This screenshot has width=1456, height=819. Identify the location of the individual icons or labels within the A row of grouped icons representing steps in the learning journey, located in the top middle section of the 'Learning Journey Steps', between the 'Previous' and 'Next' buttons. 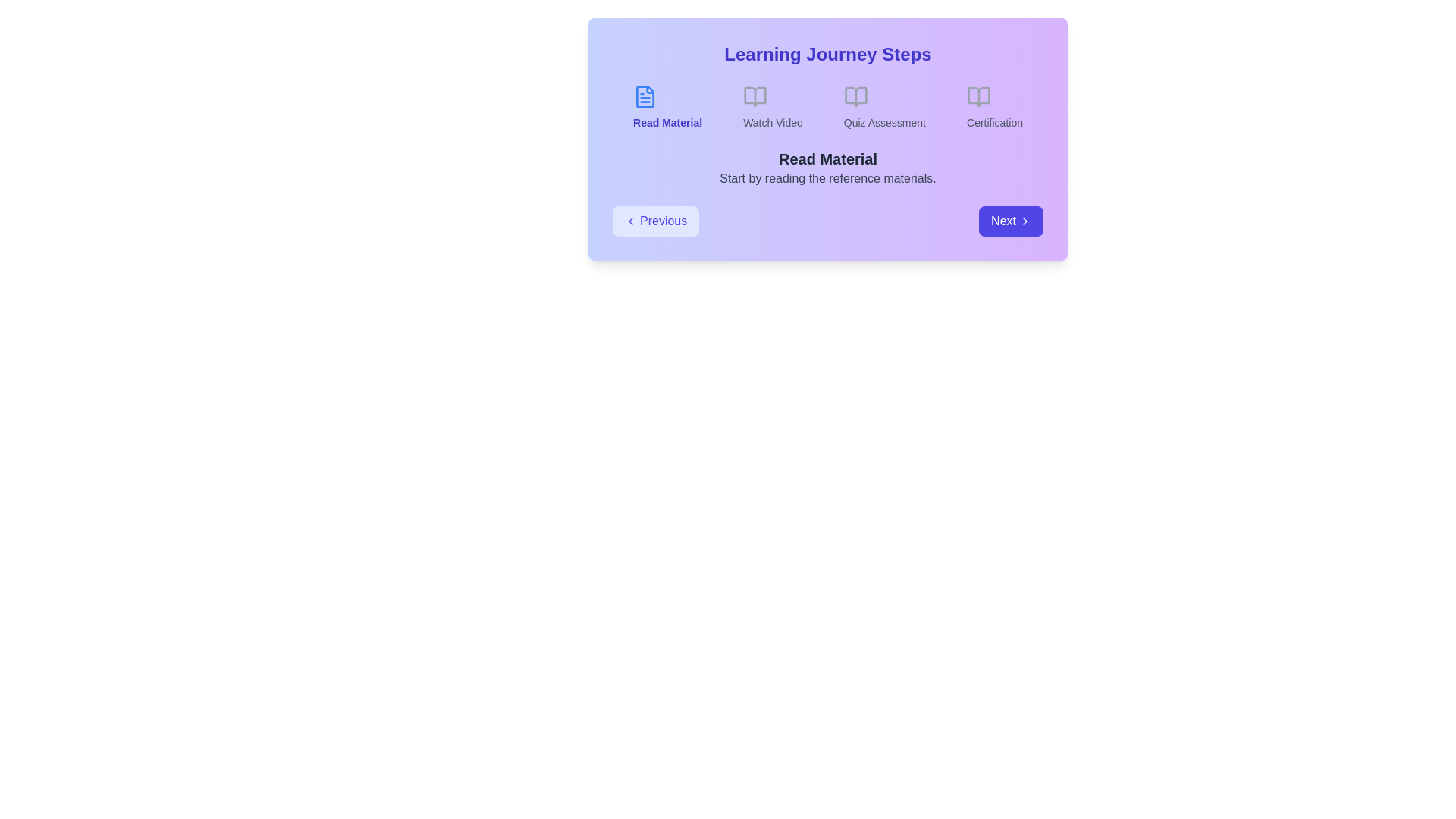
(827, 107).